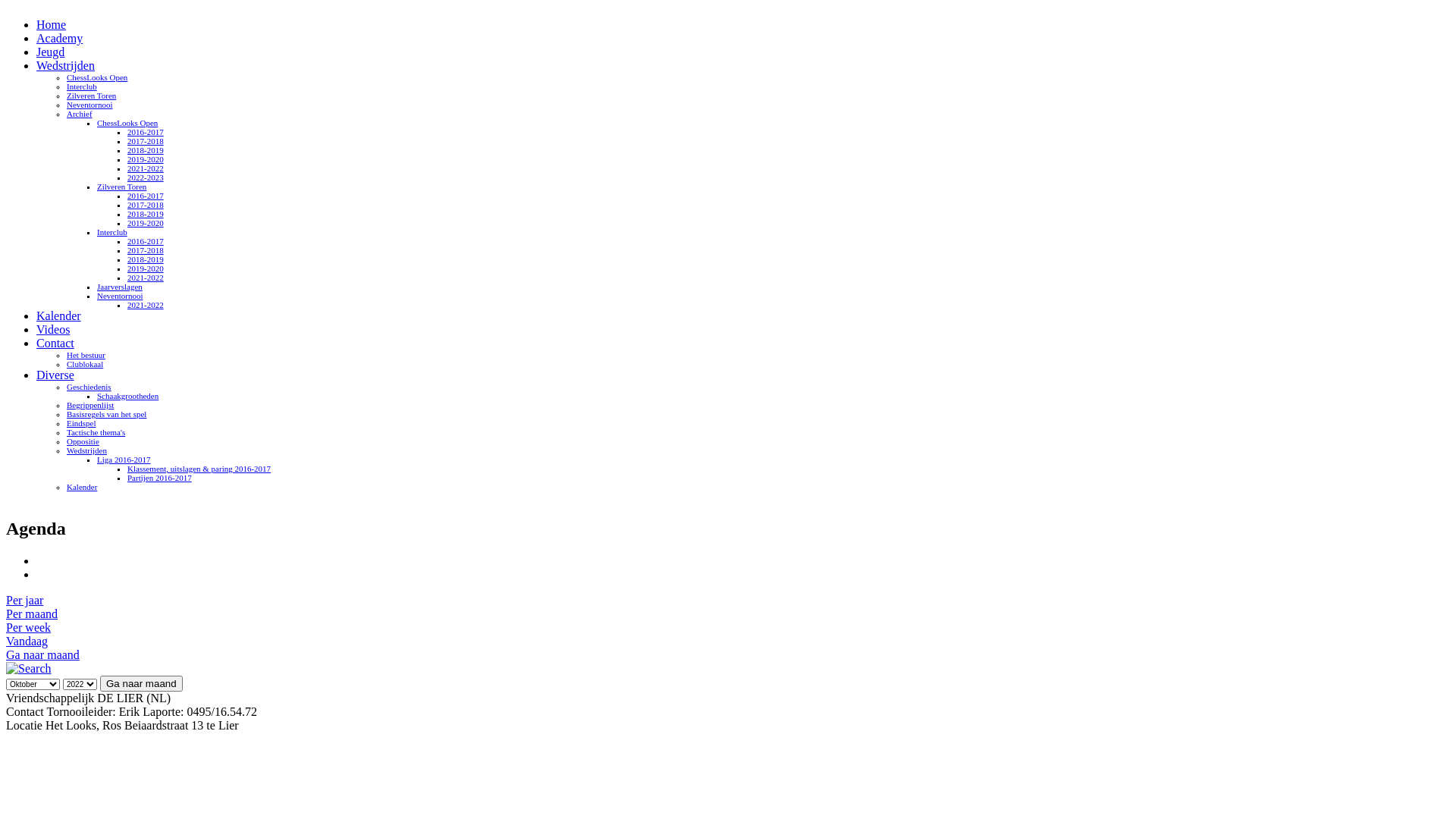 The height and width of the screenshot is (819, 1456). Describe the element at coordinates (50, 51) in the screenshot. I see `'Jeugd'` at that location.